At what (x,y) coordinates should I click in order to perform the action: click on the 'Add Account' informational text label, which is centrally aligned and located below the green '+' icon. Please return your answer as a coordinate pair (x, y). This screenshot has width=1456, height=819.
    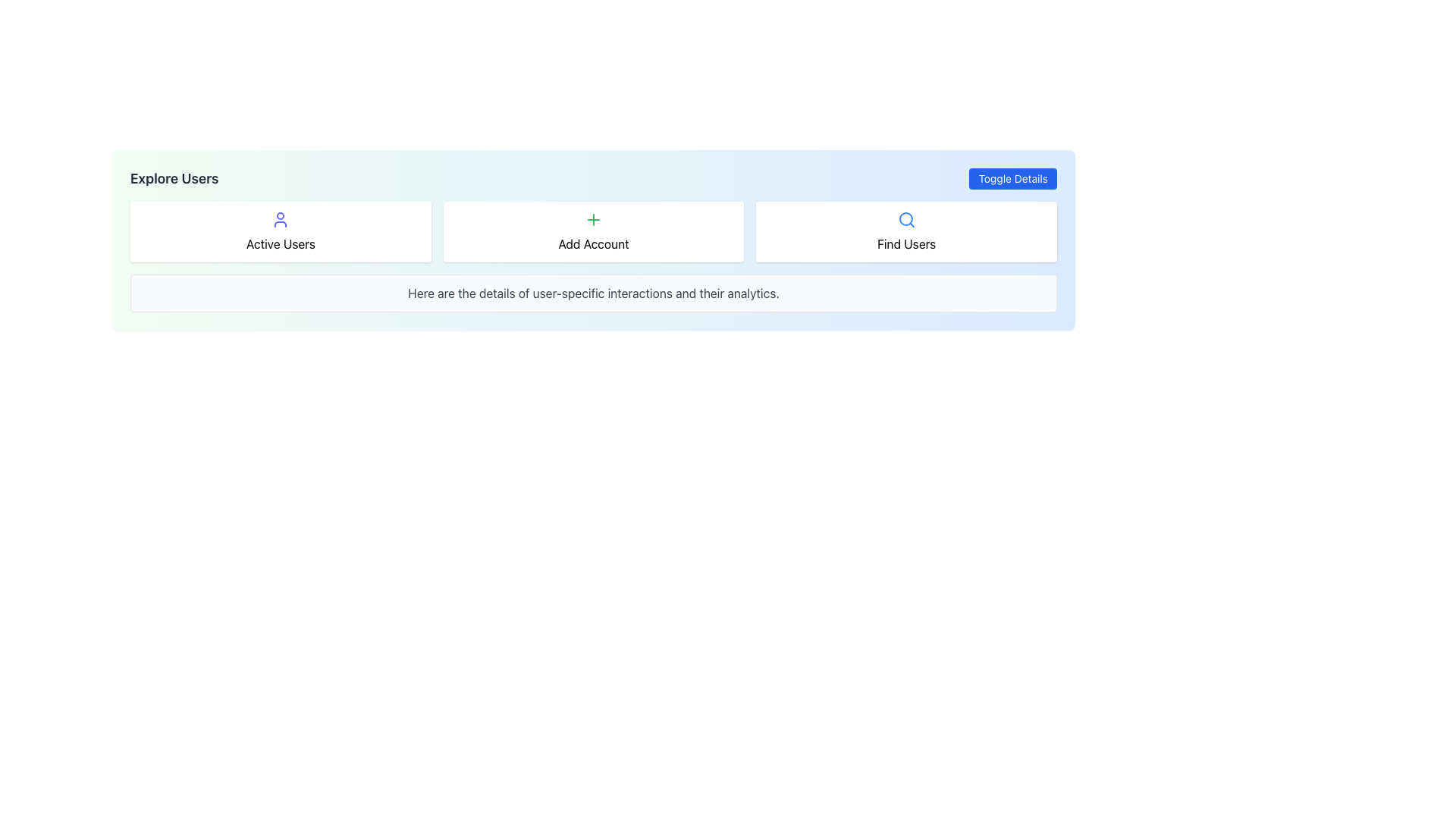
    Looking at the image, I should click on (592, 243).